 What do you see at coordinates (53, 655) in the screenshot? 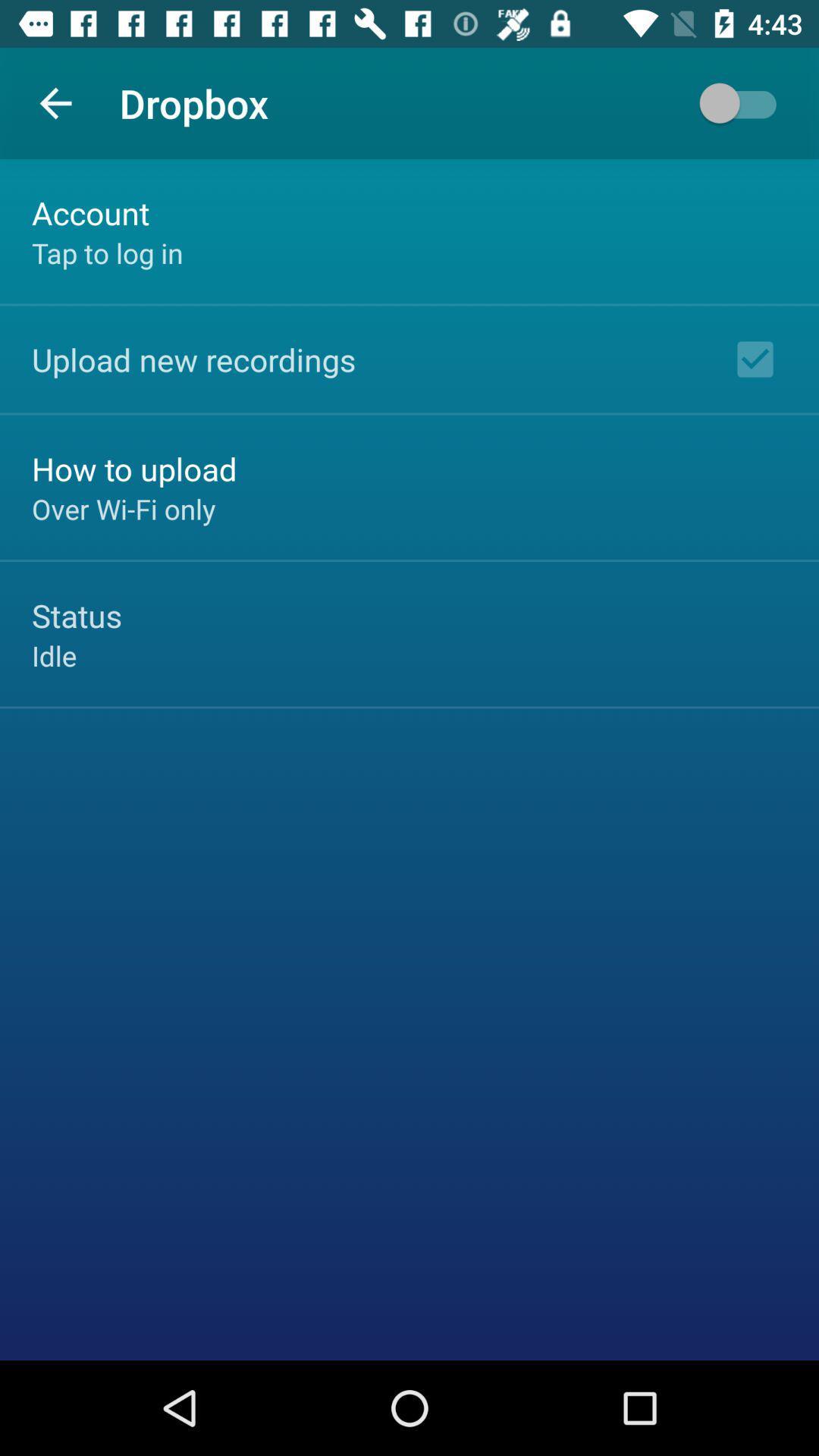
I see `icon below the status` at bounding box center [53, 655].